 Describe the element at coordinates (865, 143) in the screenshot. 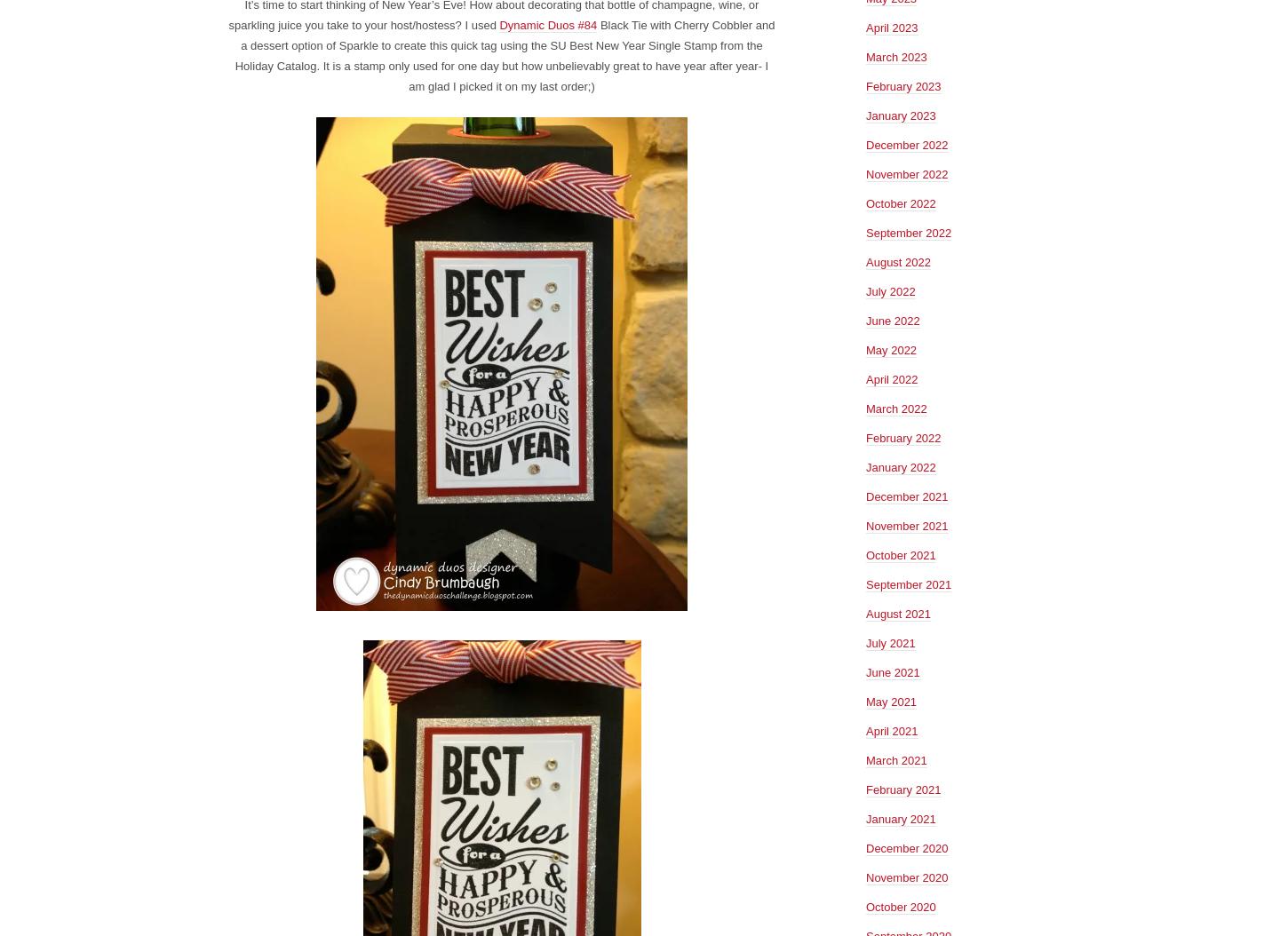

I see `'December 2022'` at that location.